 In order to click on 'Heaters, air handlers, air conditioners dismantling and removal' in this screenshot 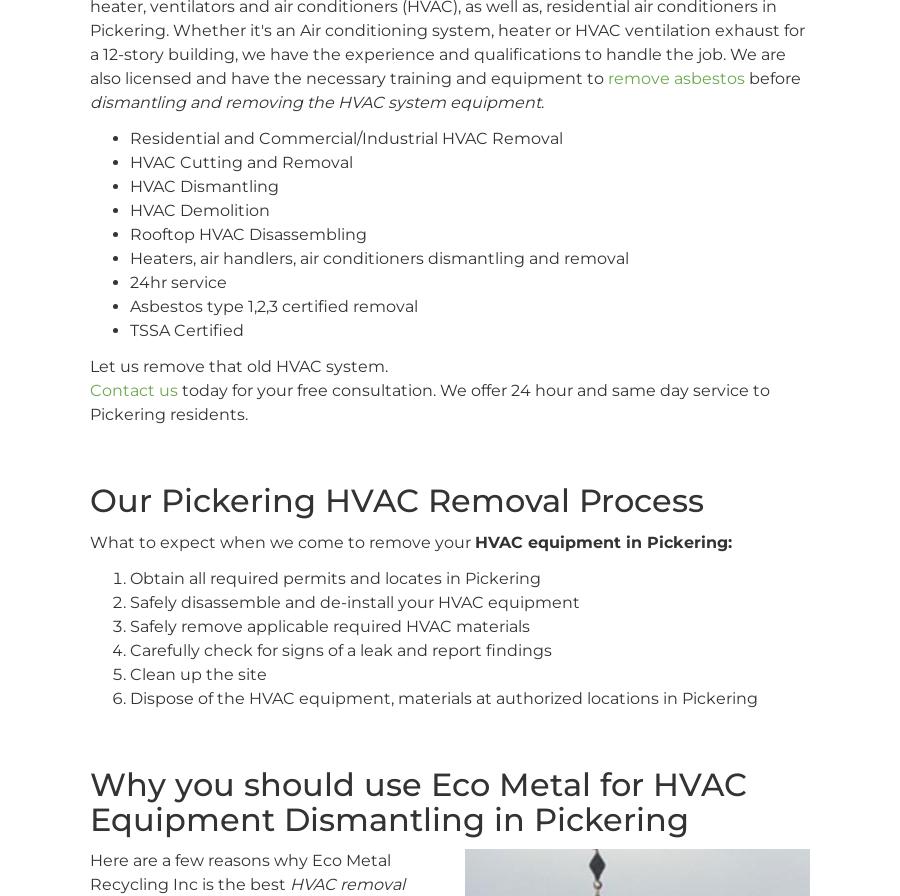, I will do `click(129, 258)`.